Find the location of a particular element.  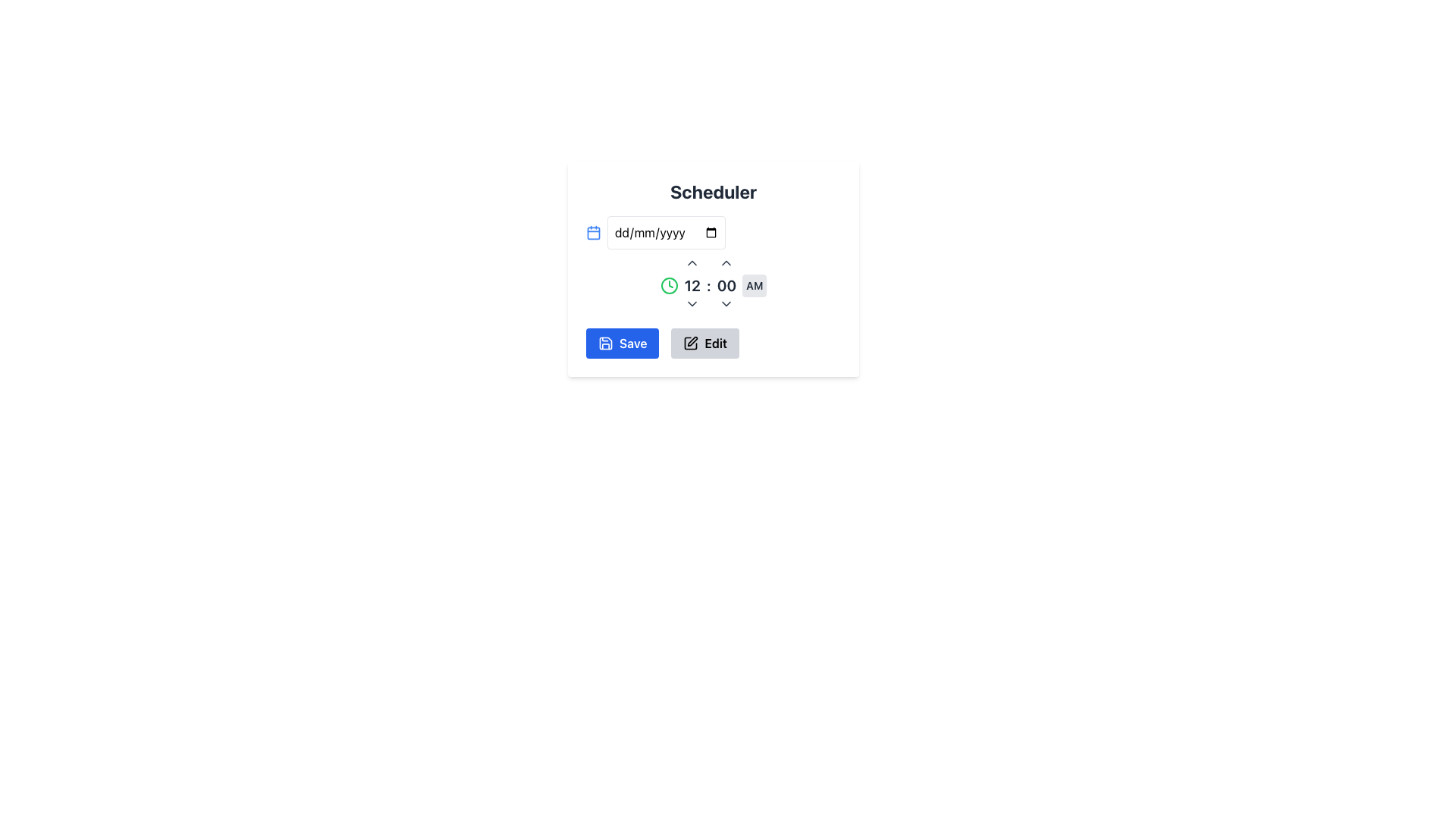

the down arrow of the Time Picker to decrease the hour, which is positioned near the center of the scheduler interface and includes a green clock icon and interactive controls is located at coordinates (712, 286).